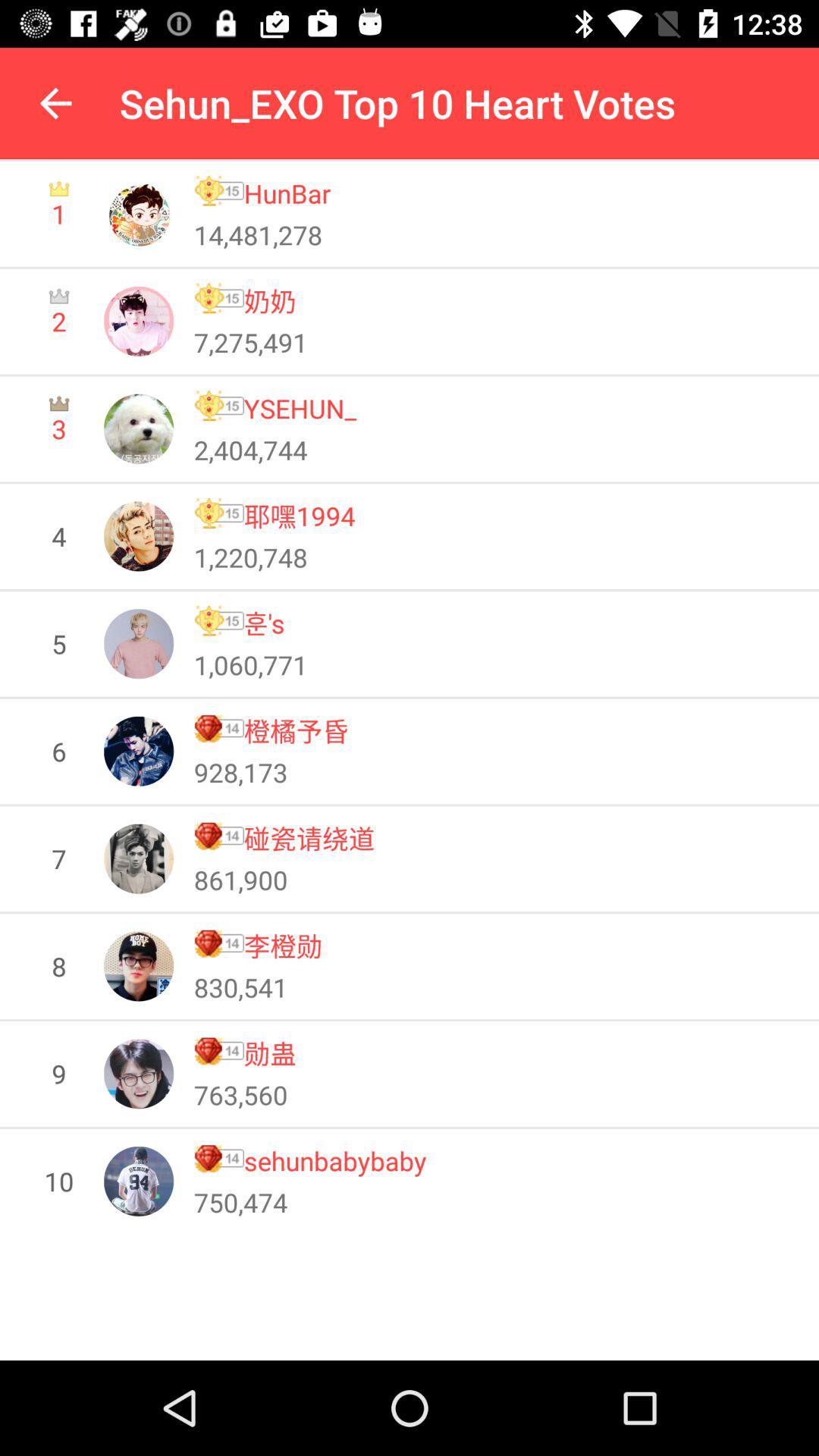 The width and height of the screenshot is (819, 1456). What do you see at coordinates (55, 102) in the screenshot?
I see `the icon next to the sehun_exo top 10 item` at bounding box center [55, 102].